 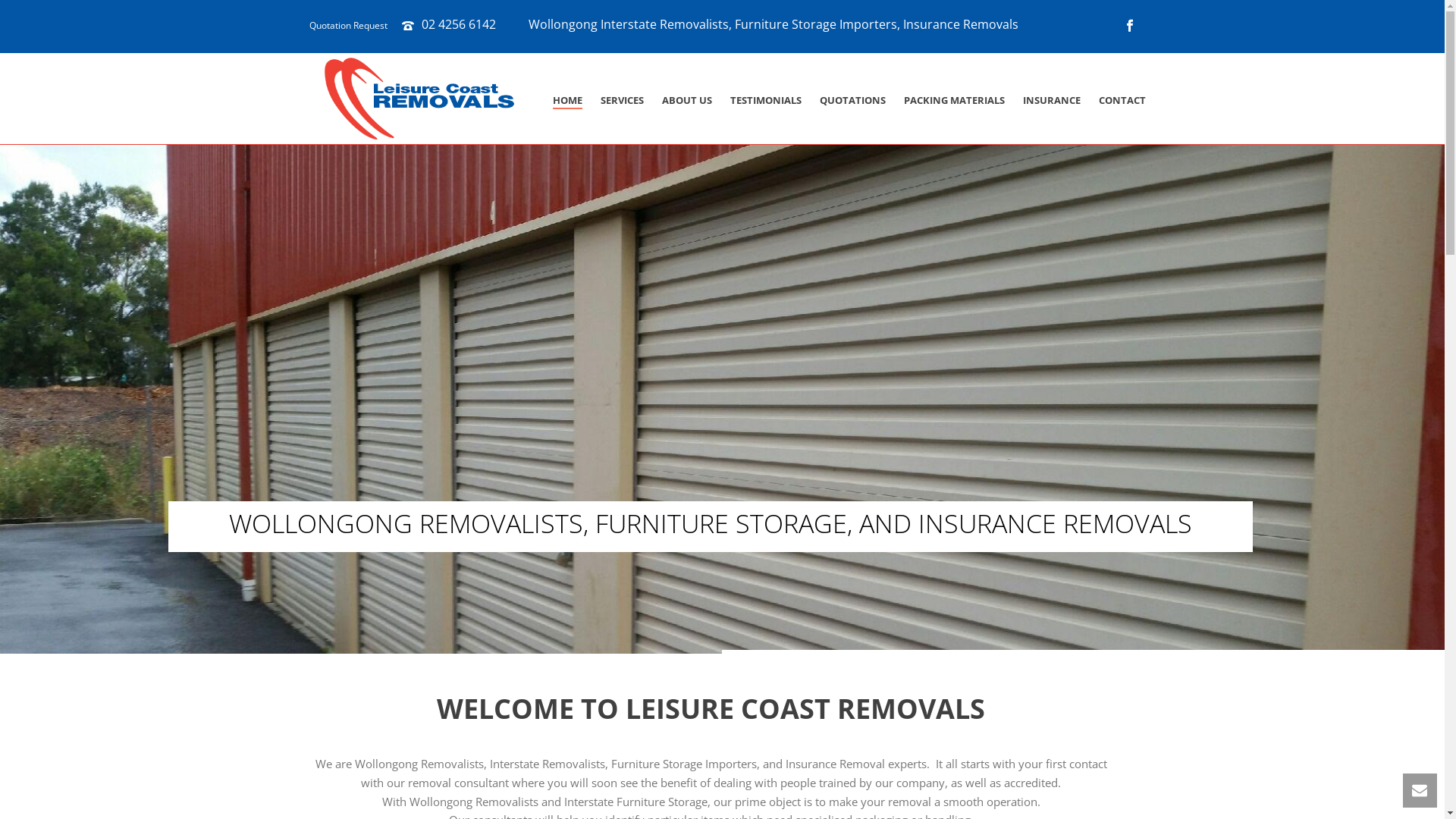 I want to click on 'SERVICES', so click(x=622, y=99).